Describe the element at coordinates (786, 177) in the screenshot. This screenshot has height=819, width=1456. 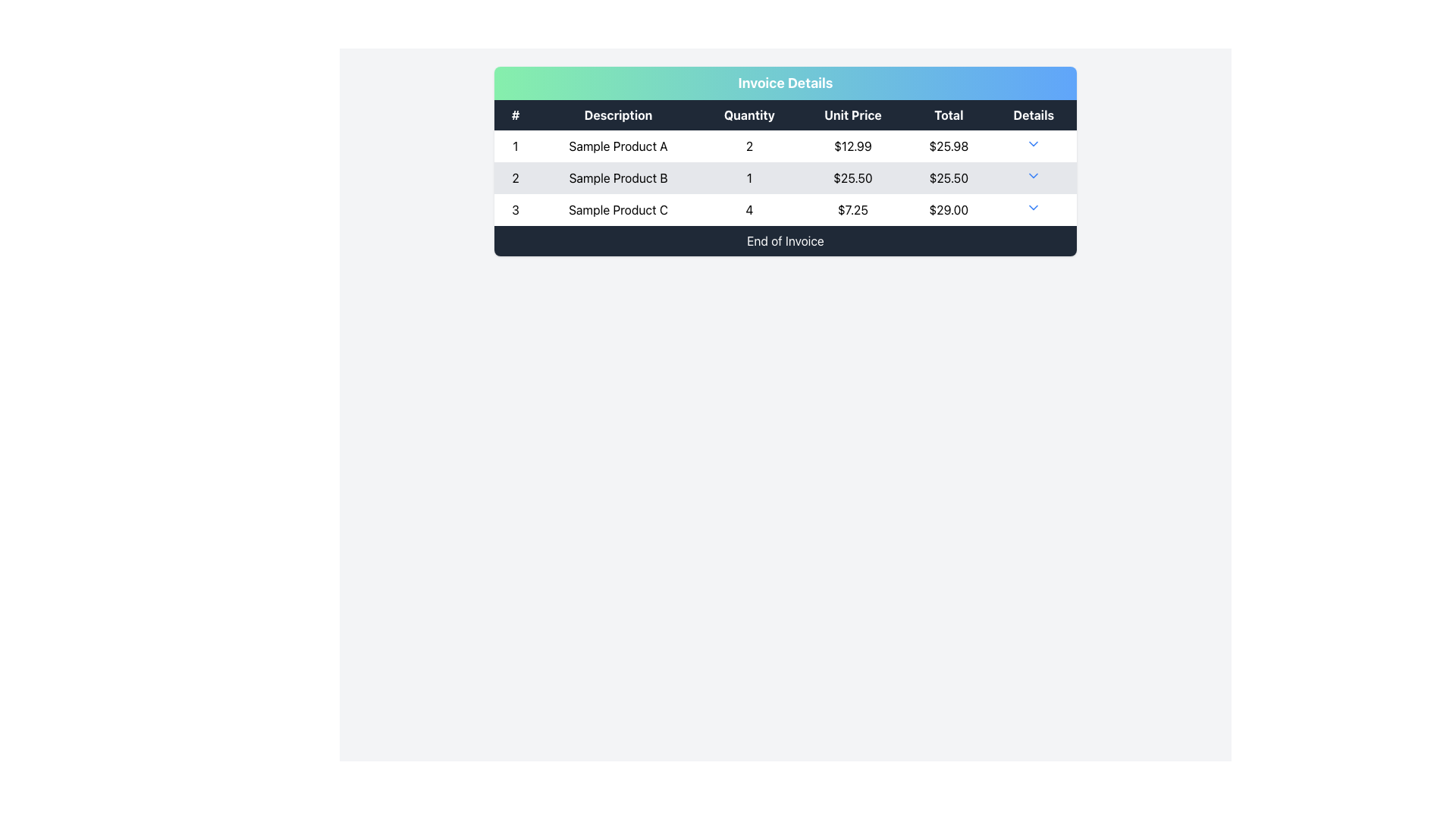
I see `the second row of the invoice table` at that location.